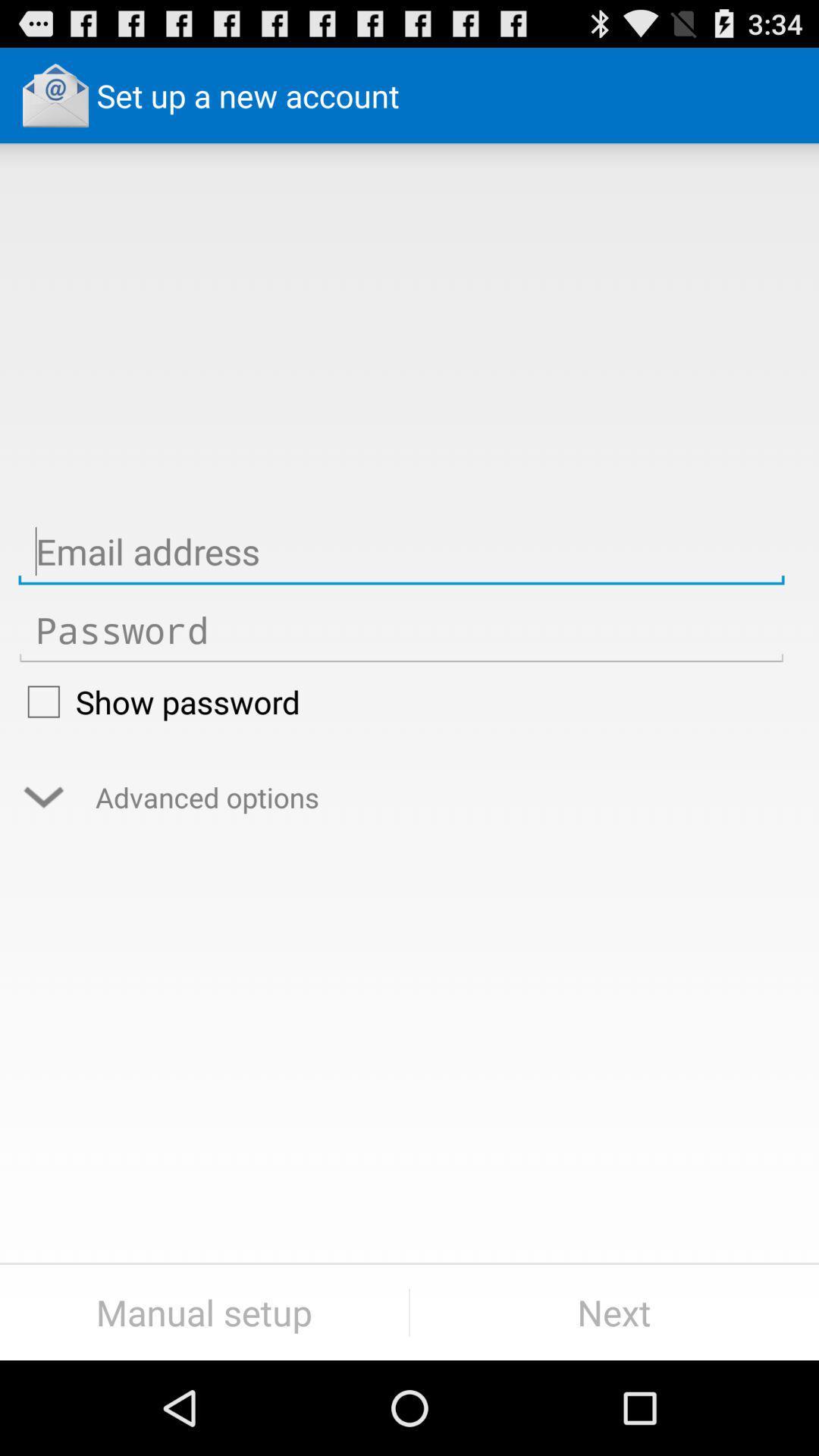 The height and width of the screenshot is (1456, 819). What do you see at coordinates (203, 1312) in the screenshot?
I see `button next to next item` at bounding box center [203, 1312].